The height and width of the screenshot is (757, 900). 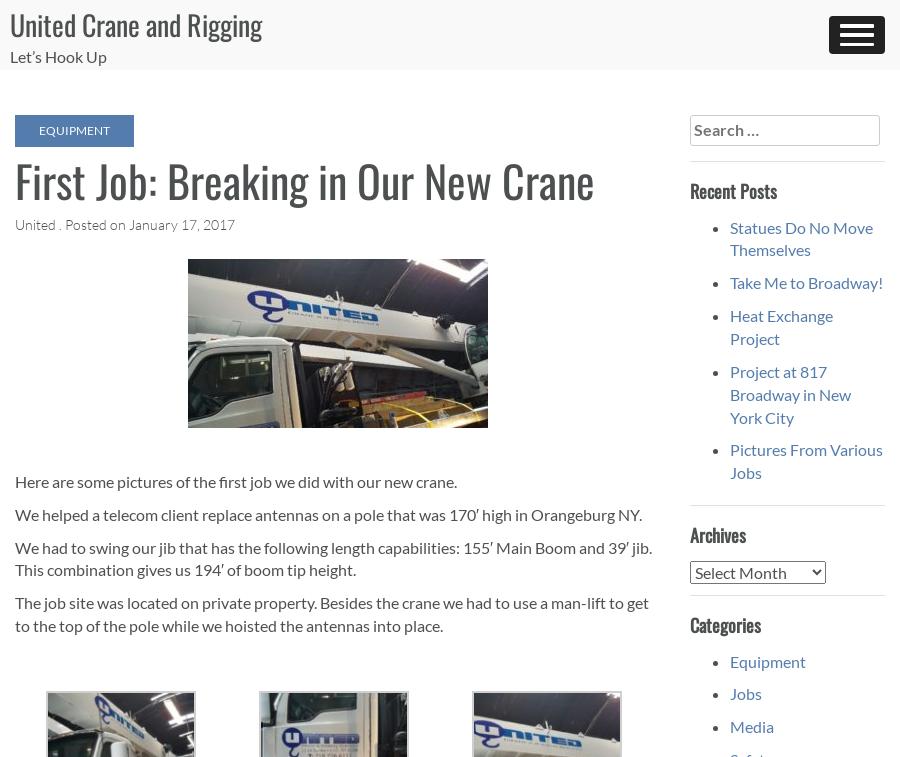 What do you see at coordinates (806, 281) in the screenshot?
I see `'Take Me to Broadway!'` at bounding box center [806, 281].